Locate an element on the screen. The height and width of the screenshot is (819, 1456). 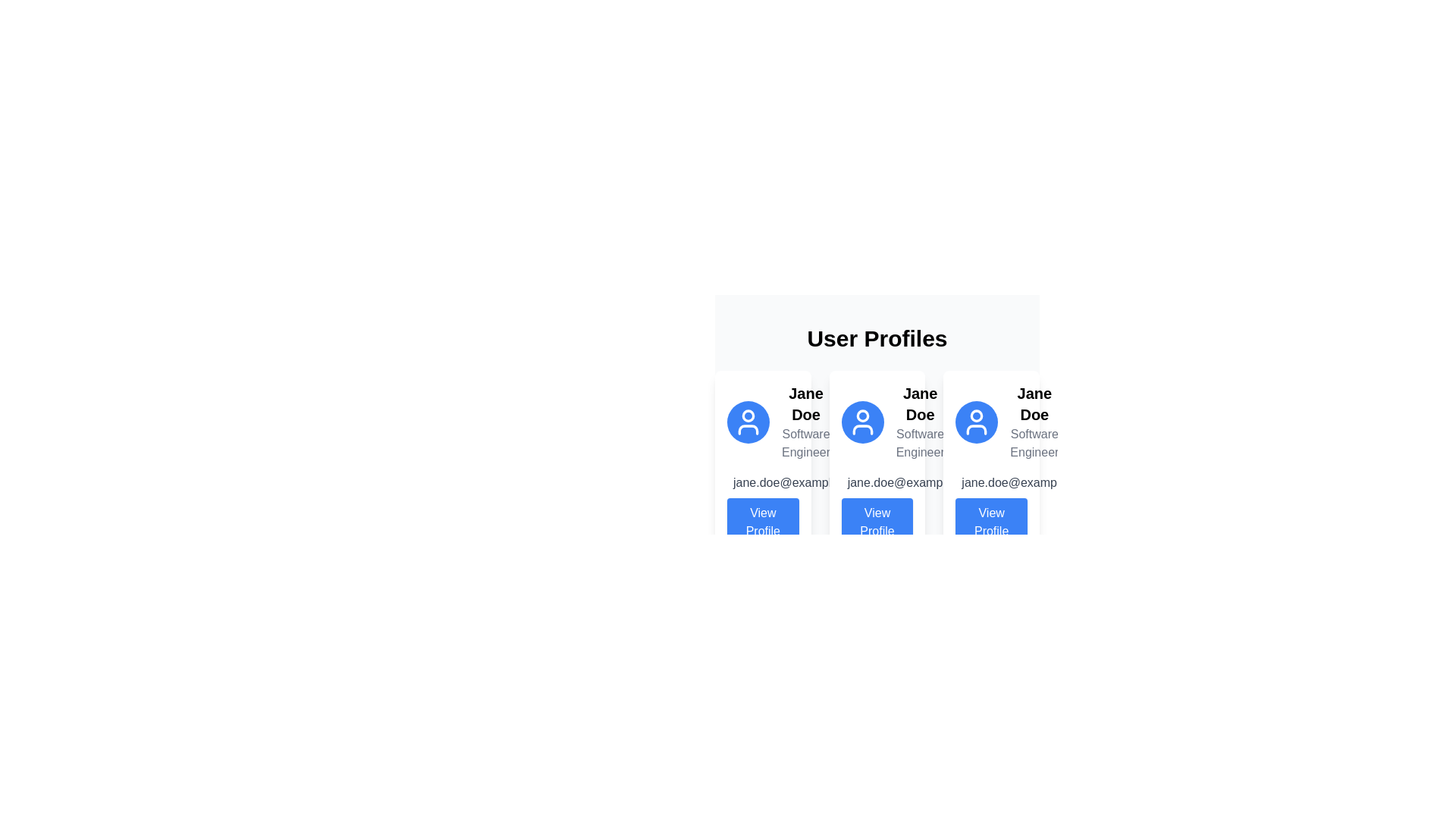
the text 'jane.doe@example.com' for copying, which is displayed in gray under the profile card of Jane Doe, the Software Engineer is located at coordinates (912, 482).